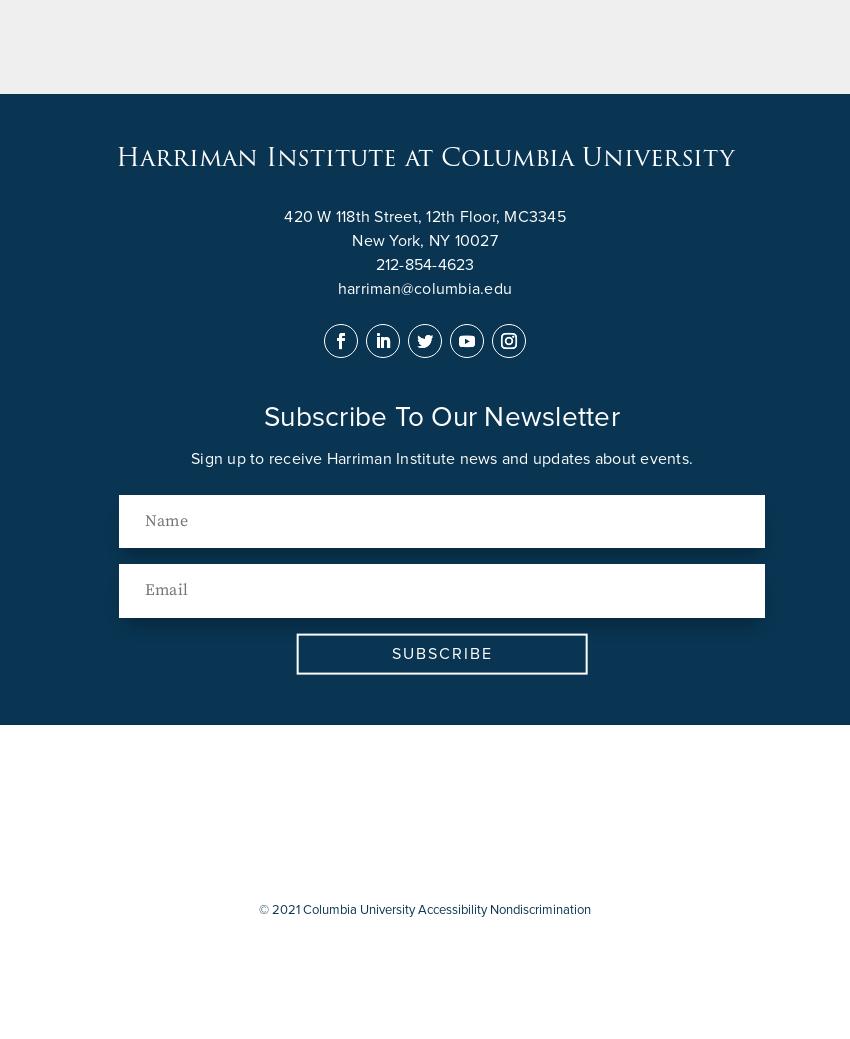 The height and width of the screenshot is (1039, 850). I want to click on '420 W 118th Street, 12th Floor, MC3345', so click(424, 216).